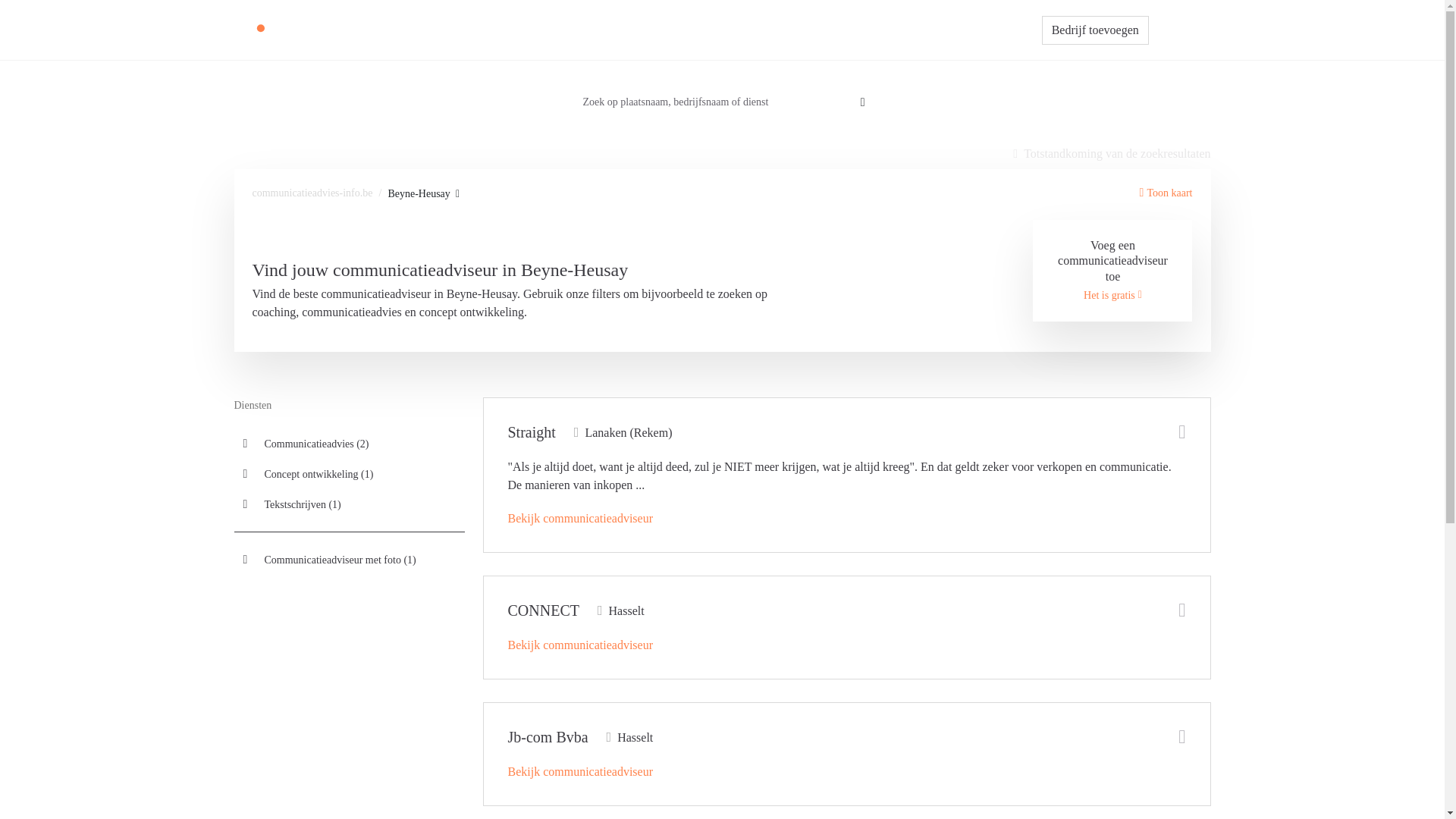 The height and width of the screenshot is (819, 1456). Describe the element at coordinates (1095, 29) in the screenshot. I see `'Bedrijf toevoegen'` at that location.